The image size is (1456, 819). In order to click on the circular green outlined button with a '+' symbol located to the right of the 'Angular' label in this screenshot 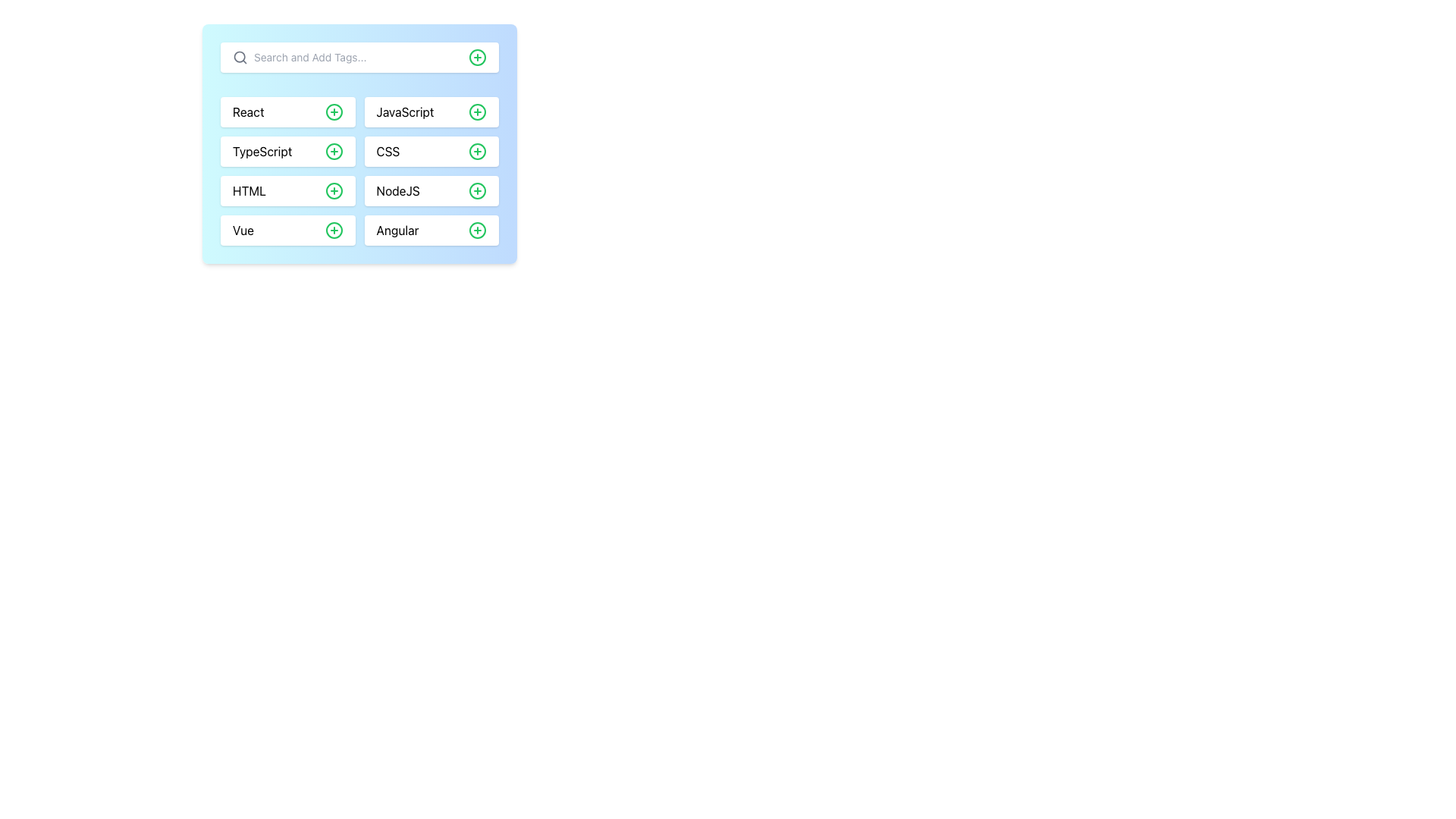, I will do `click(476, 231)`.